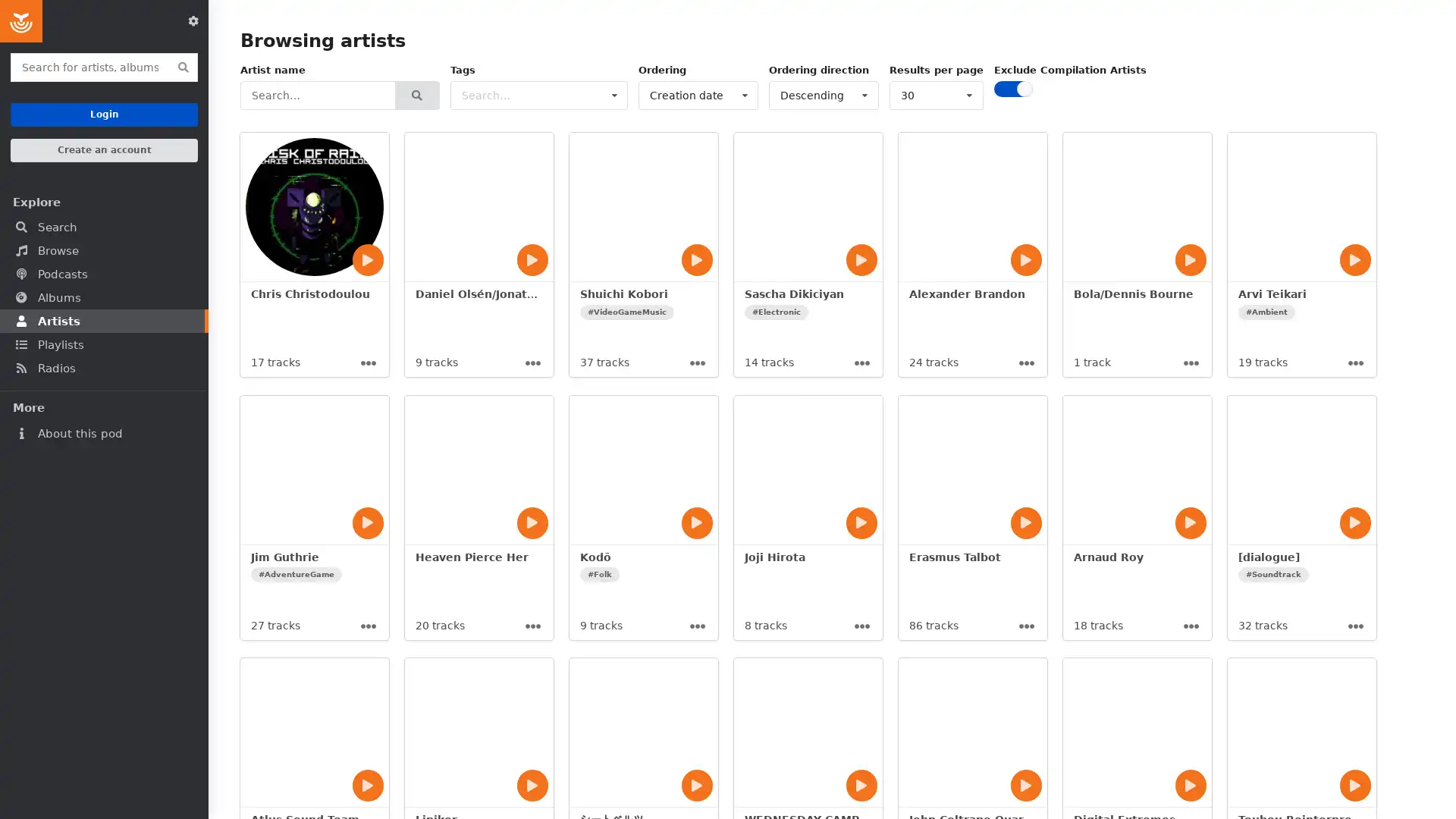  I want to click on Play artist, so click(695, 259).